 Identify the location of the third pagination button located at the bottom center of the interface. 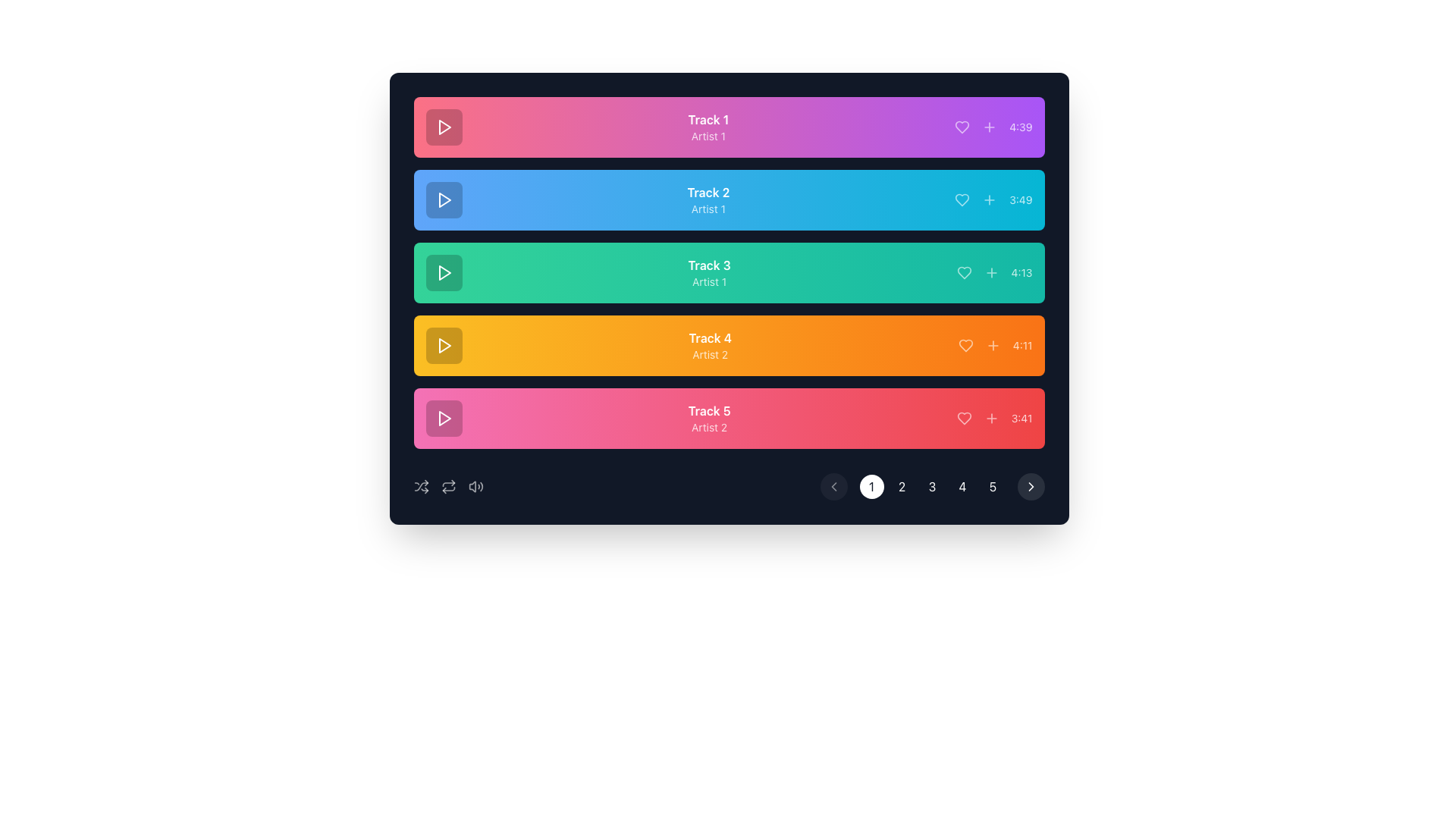
(931, 486).